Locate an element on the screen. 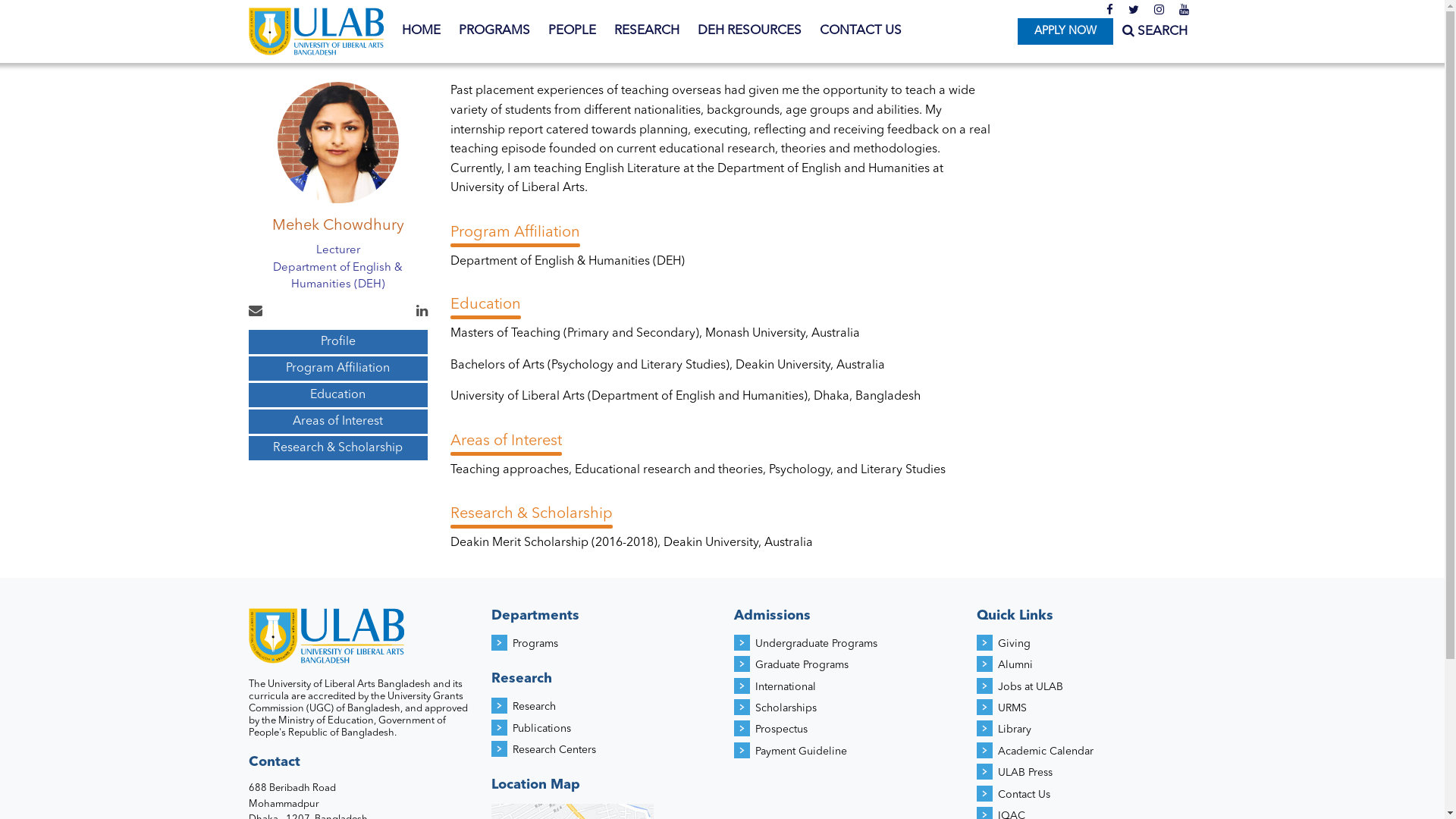 The height and width of the screenshot is (819, 1456). 'DEH RESOURCES' is located at coordinates (749, 31).